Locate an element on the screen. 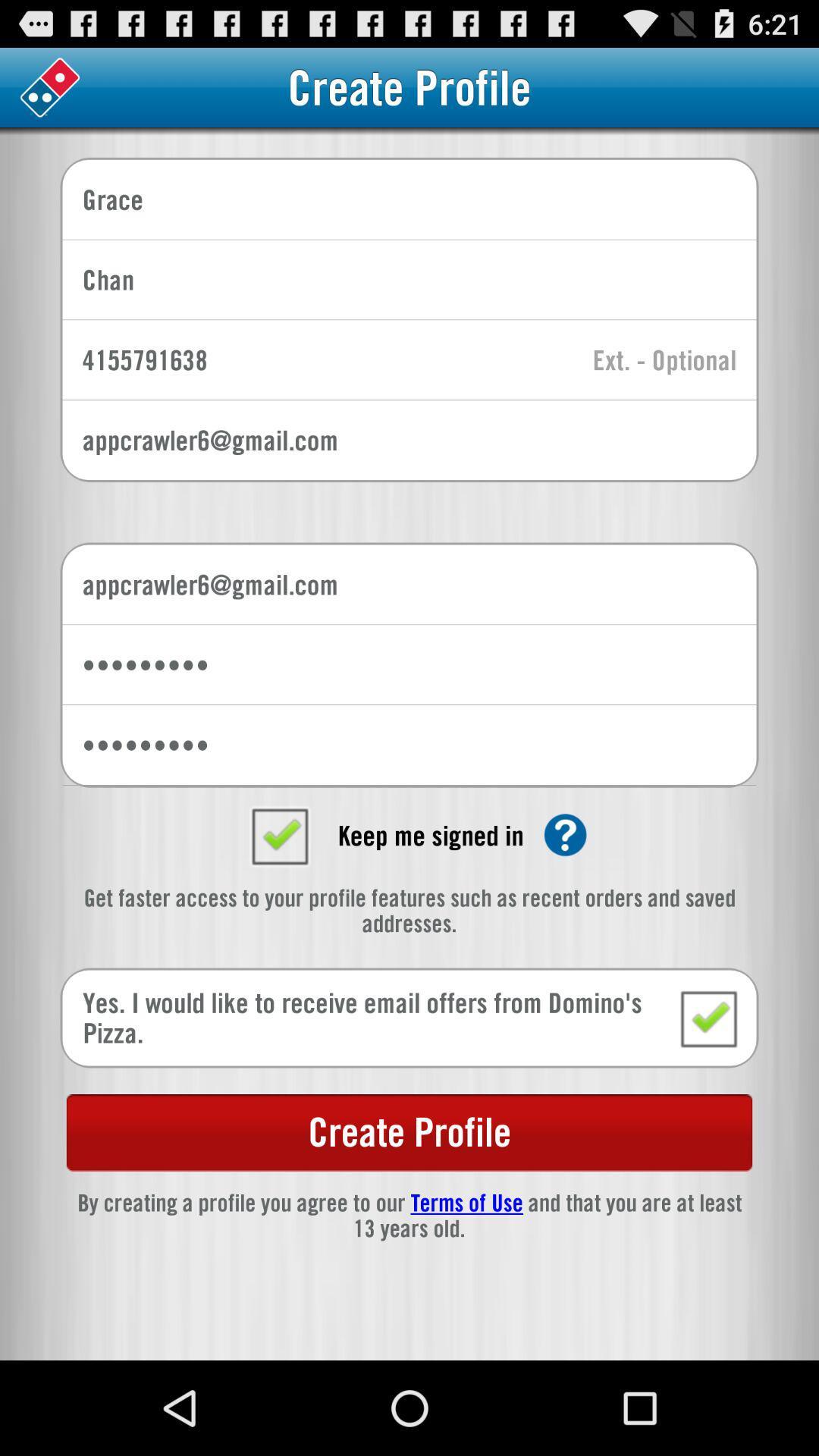  extension is located at coordinates (664, 360).